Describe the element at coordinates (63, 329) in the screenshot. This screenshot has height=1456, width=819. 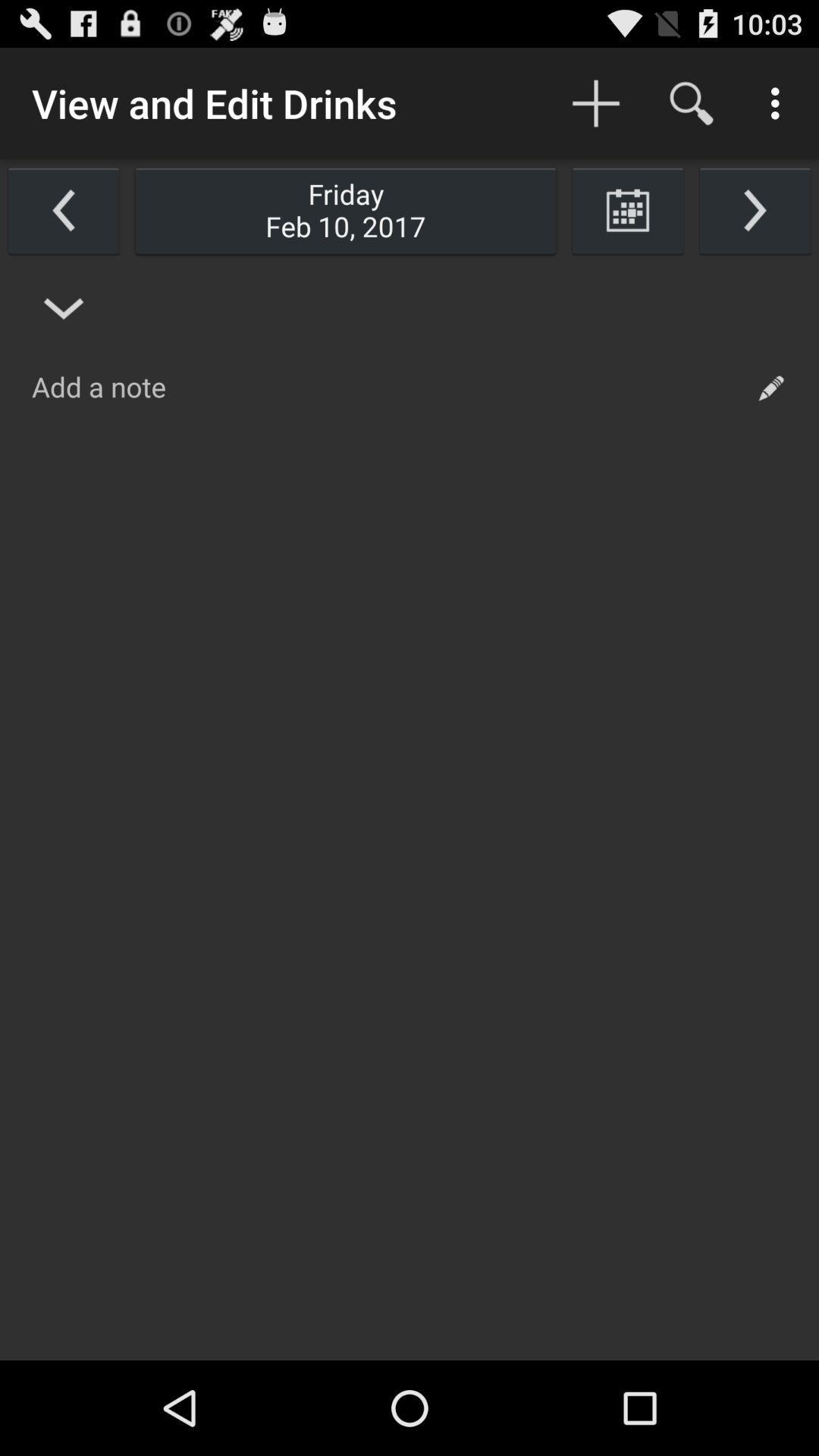
I see `the expand_more icon` at that location.